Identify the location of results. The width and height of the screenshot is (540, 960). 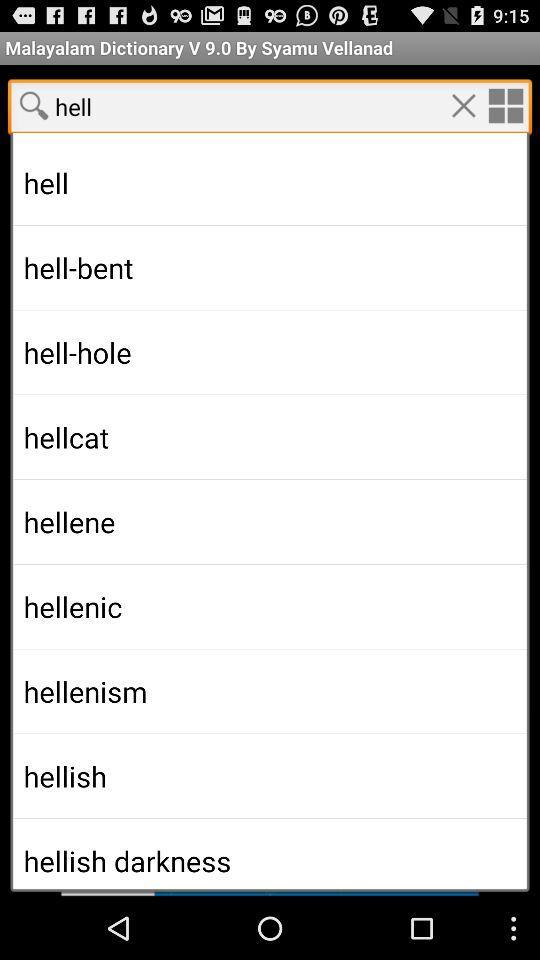
(270, 490).